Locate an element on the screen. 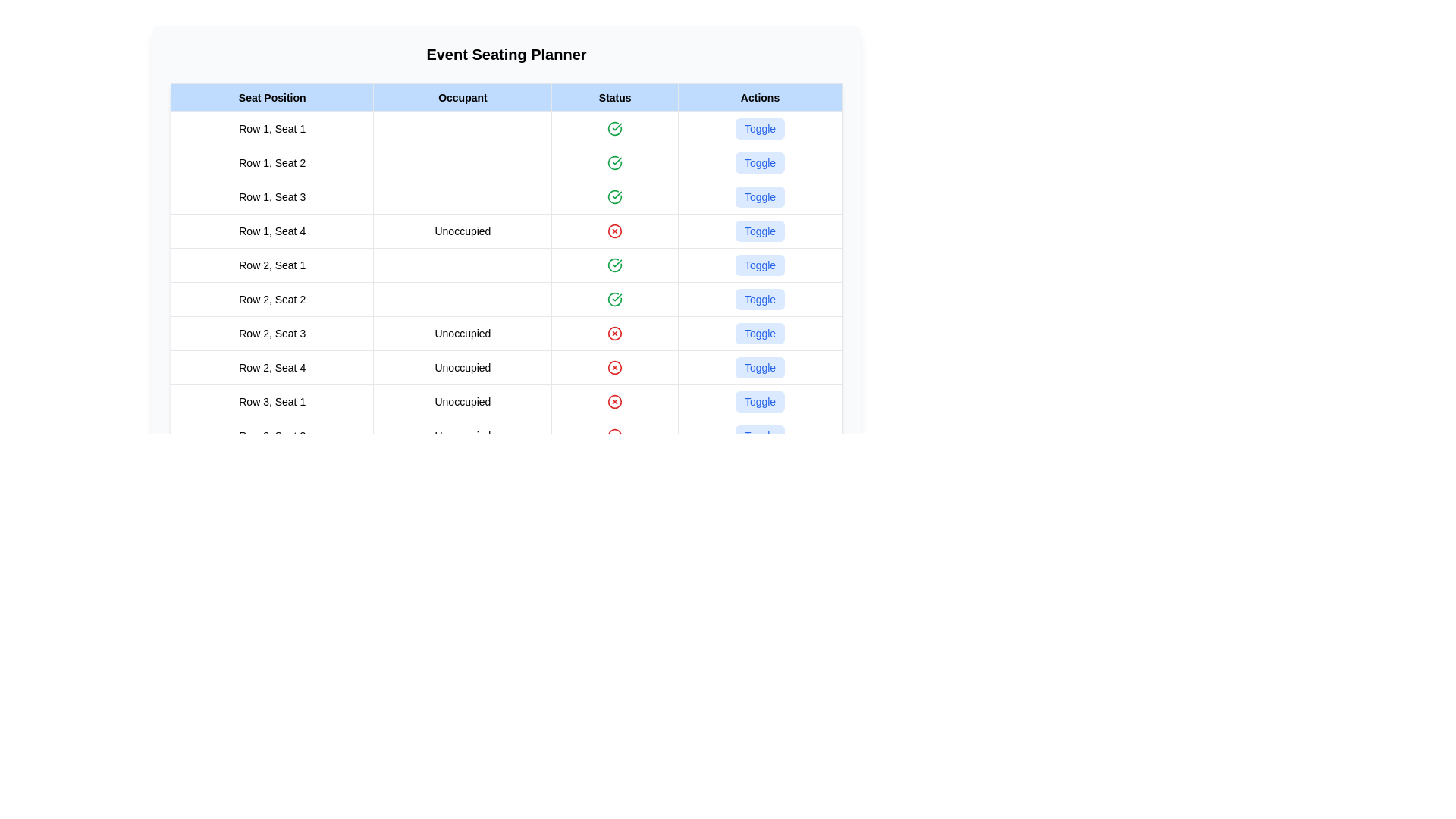 The width and height of the screenshot is (1456, 819). the circular red icon with a cross symbol in the third column of 'Row 2, Seat 4', which indicates a negative status is located at coordinates (615, 368).